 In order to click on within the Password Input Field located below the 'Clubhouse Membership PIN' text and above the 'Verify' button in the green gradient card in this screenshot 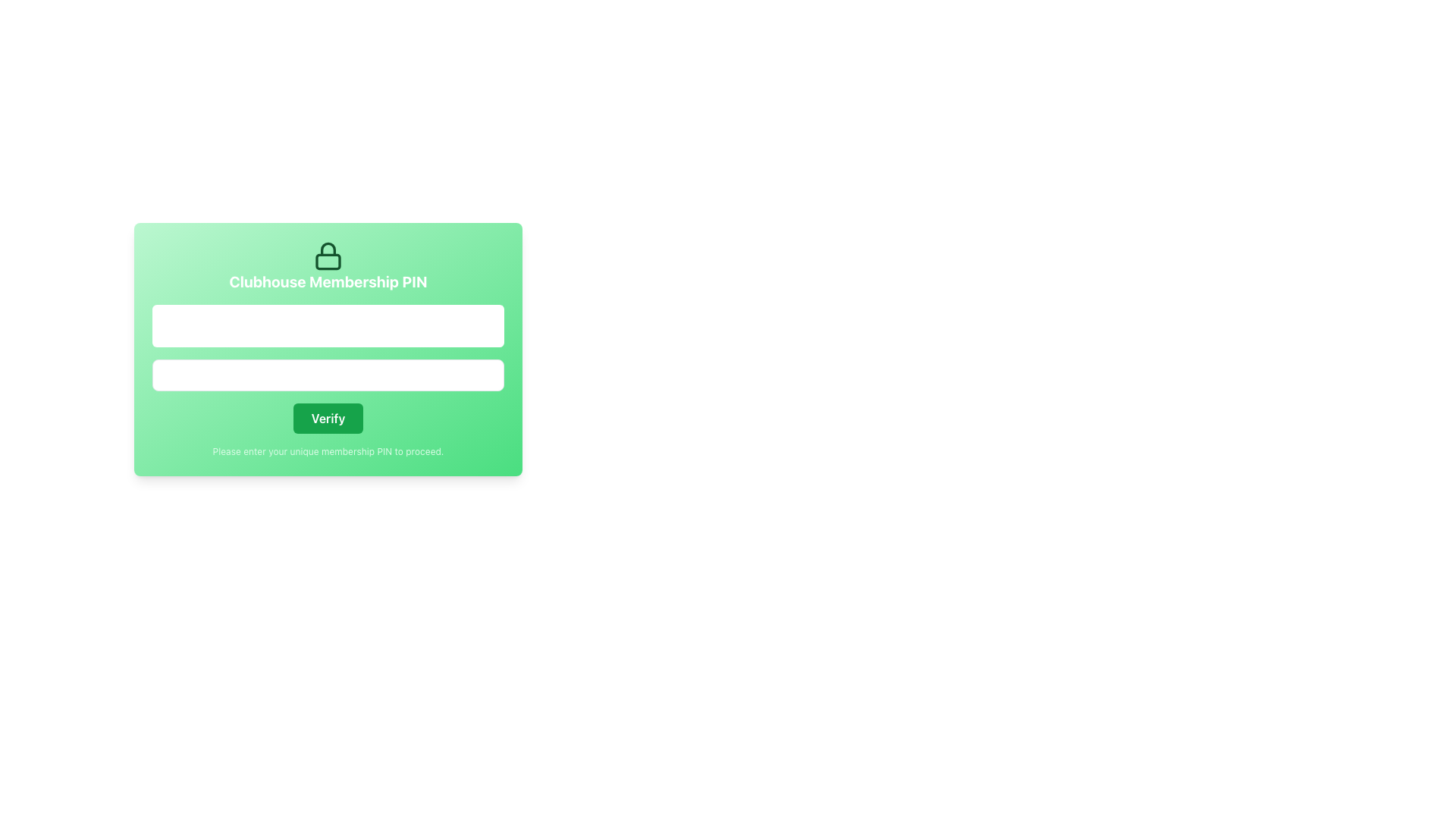, I will do `click(327, 375)`.